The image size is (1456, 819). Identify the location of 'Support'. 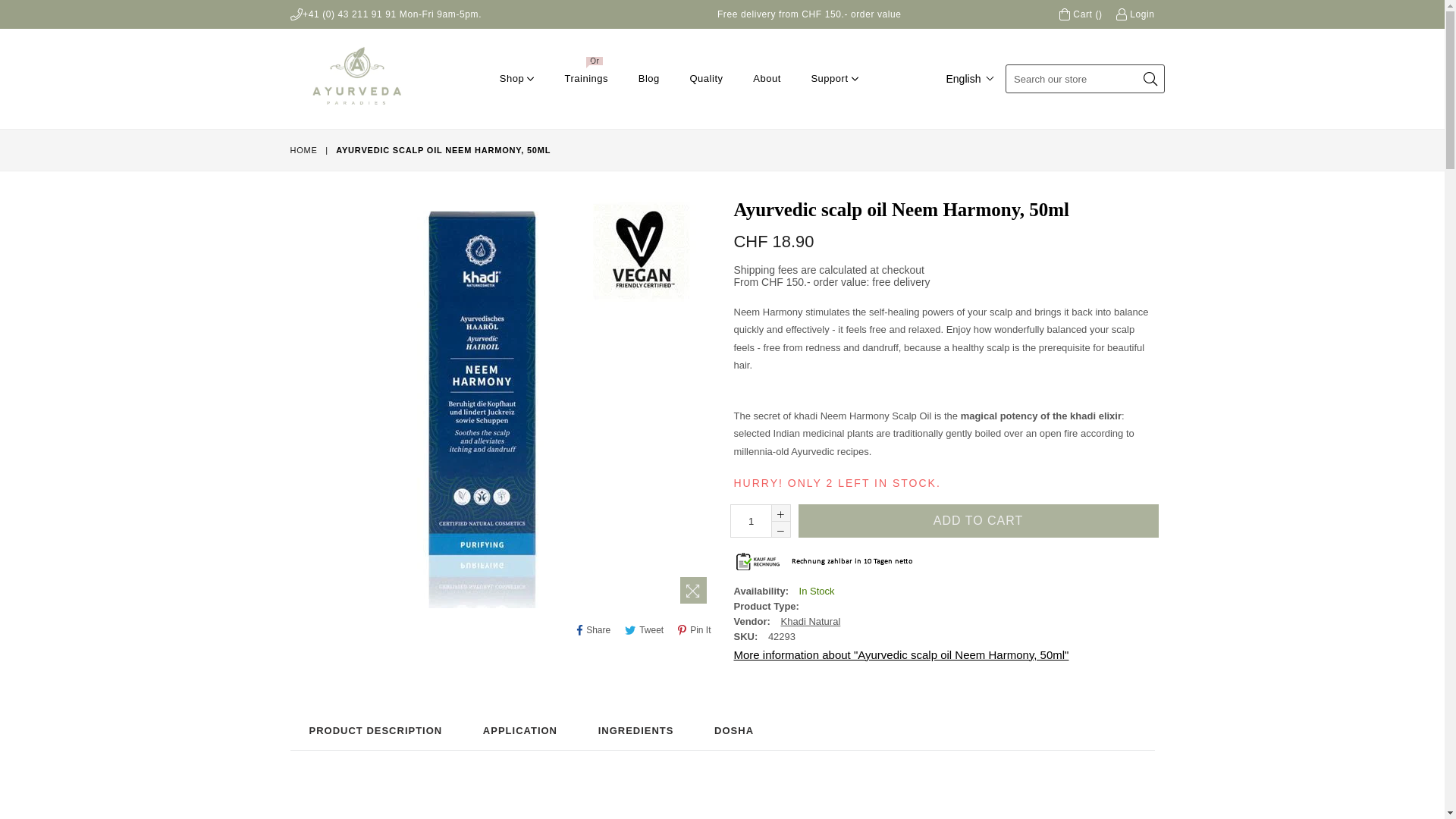
(833, 79).